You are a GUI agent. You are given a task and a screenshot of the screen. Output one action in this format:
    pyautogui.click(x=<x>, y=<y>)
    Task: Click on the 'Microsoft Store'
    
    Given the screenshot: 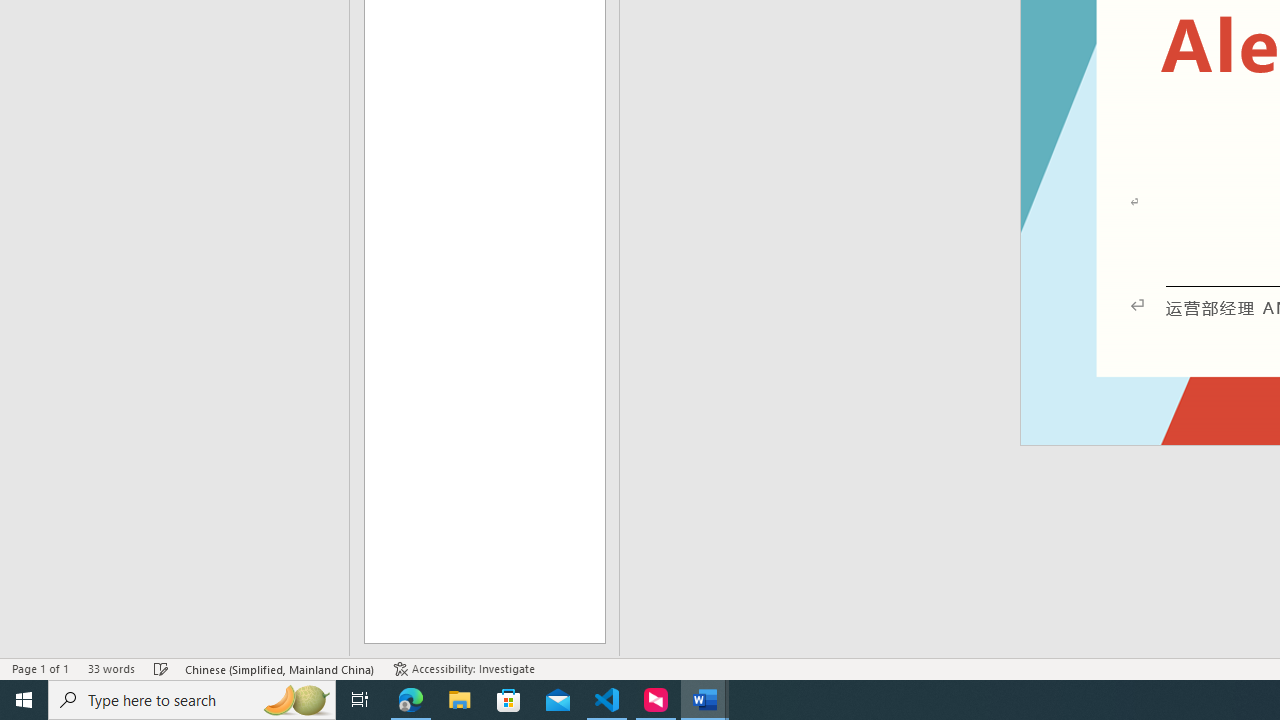 What is the action you would take?
    pyautogui.click(x=509, y=698)
    